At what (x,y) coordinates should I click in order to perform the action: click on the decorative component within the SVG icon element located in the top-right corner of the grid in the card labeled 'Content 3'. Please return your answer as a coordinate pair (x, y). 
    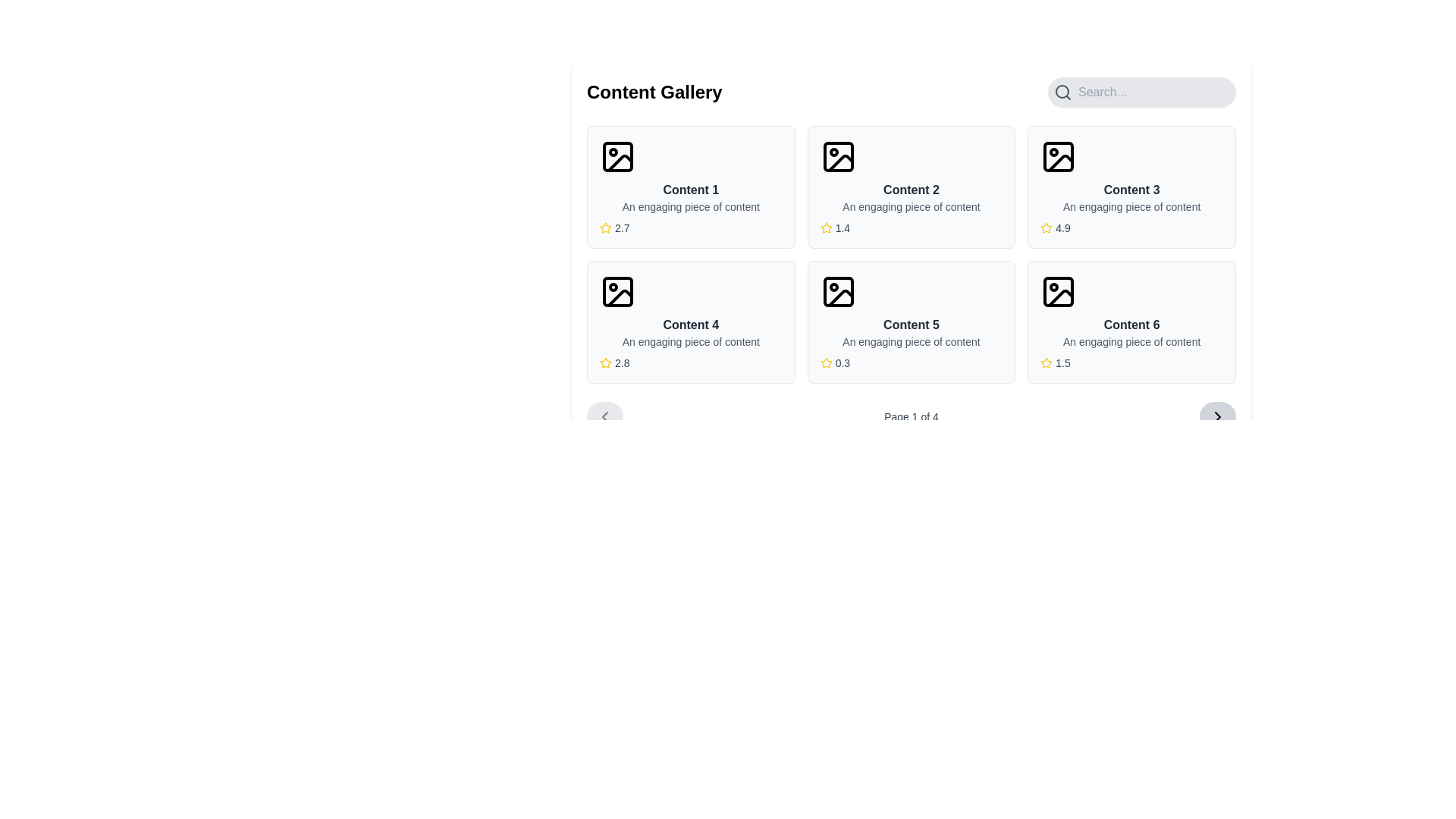
    Looking at the image, I should click on (1058, 157).